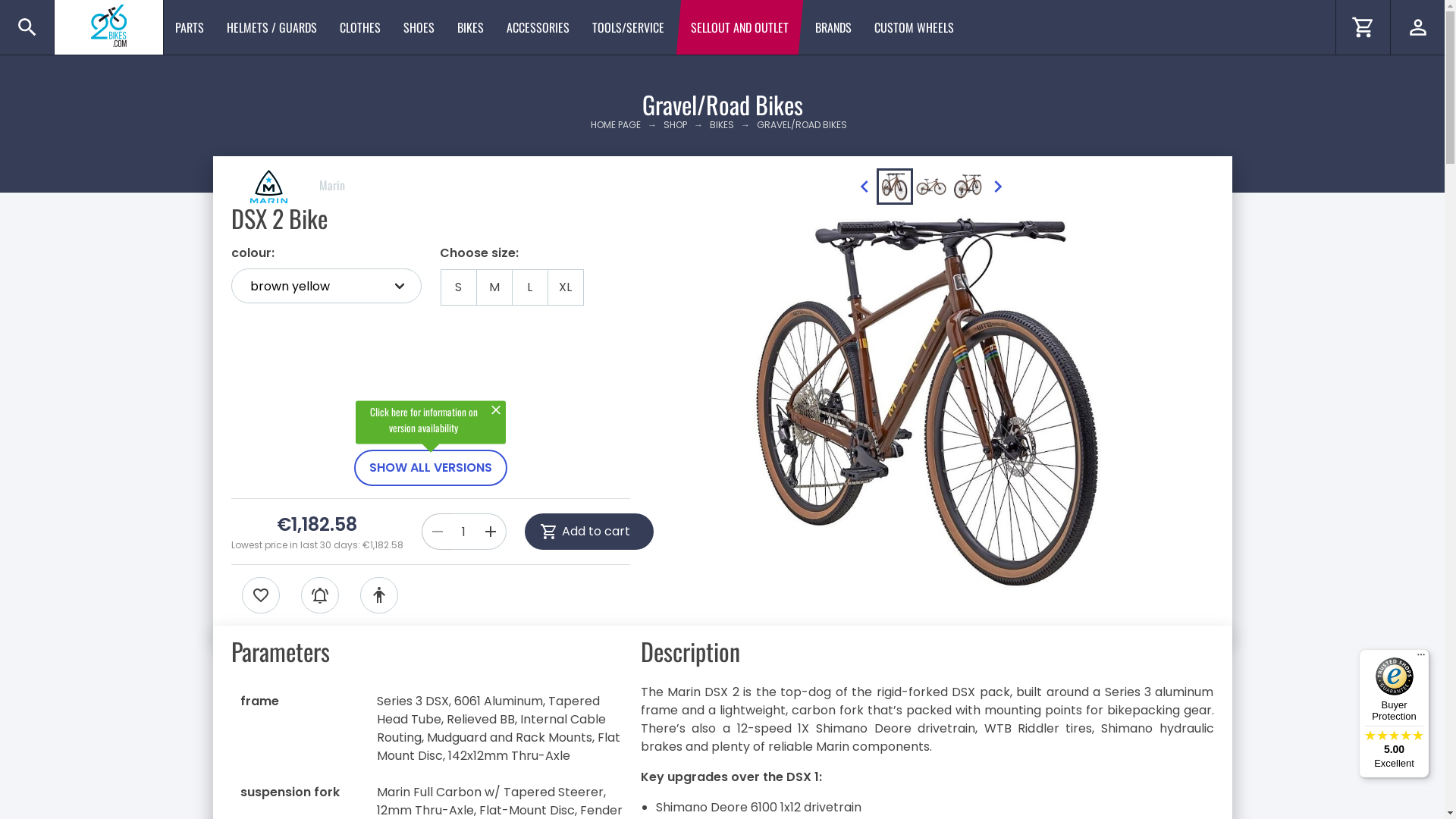 This screenshot has height=819, width=1456. What do you see at coordinates (271, 27) in the screenshot?
I see `'HELMETS / GUARDS'` at bounding box center [271, 27].